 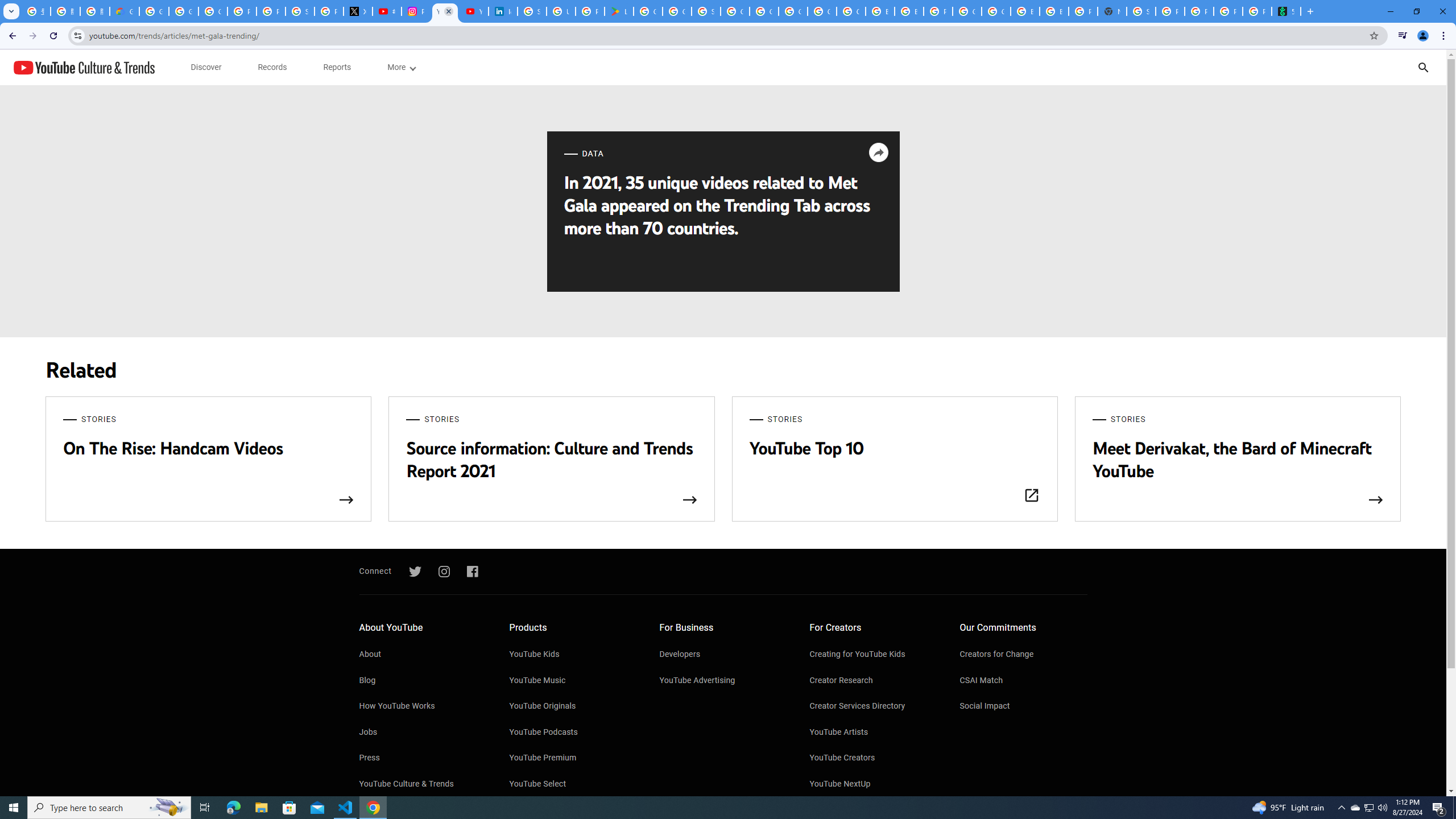 I want to click on 'STORIES On The Rise: Handcam Videos', so click(x=208, y=459).